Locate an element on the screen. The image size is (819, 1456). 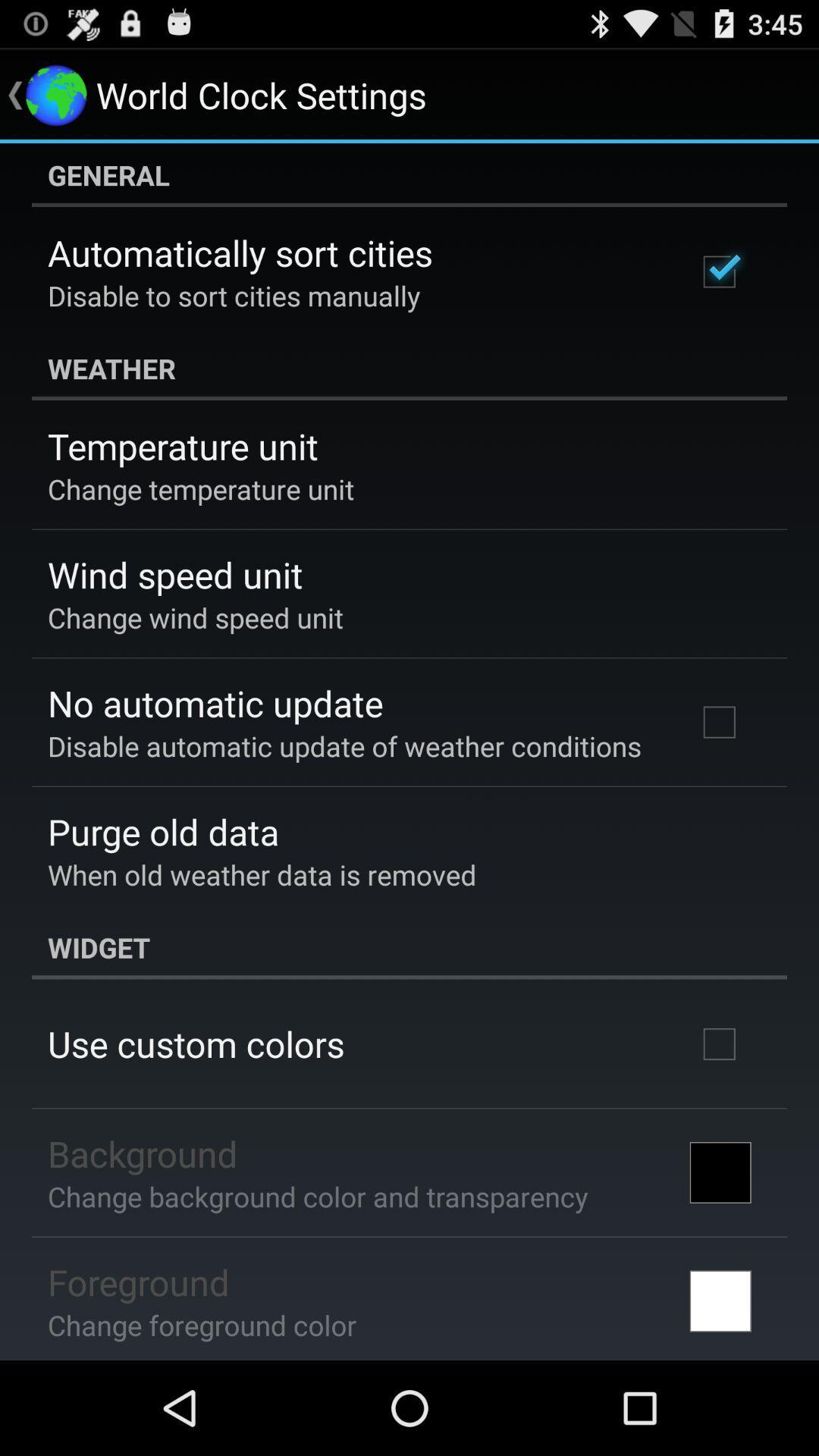
item below the widget app is located at coordinates (195, 1043).